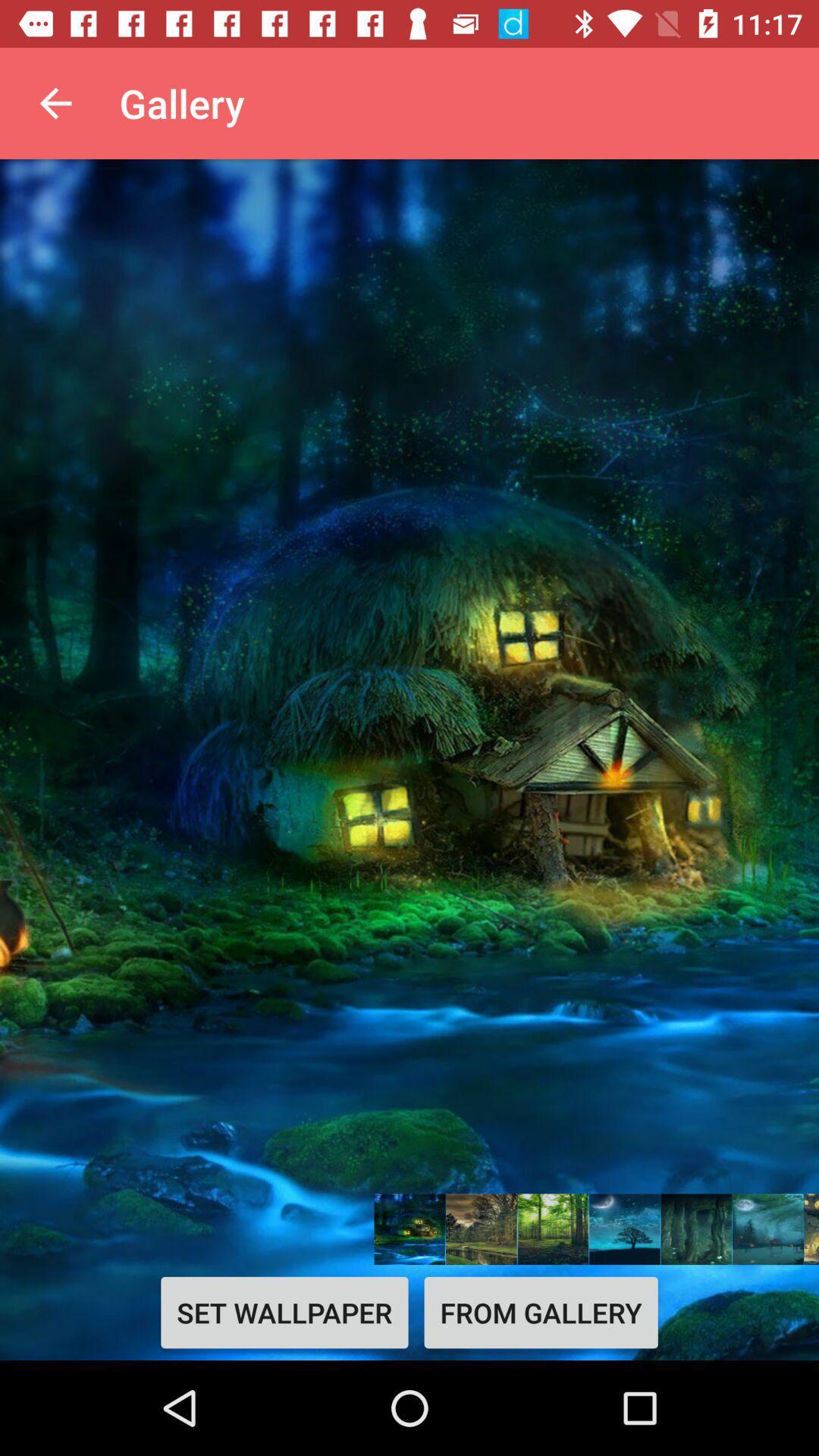 This screenshot has height=1456, width=819. Describe the element at coordinates (284, 1312) in the screenshot. I see `set wallpaper` at that location.